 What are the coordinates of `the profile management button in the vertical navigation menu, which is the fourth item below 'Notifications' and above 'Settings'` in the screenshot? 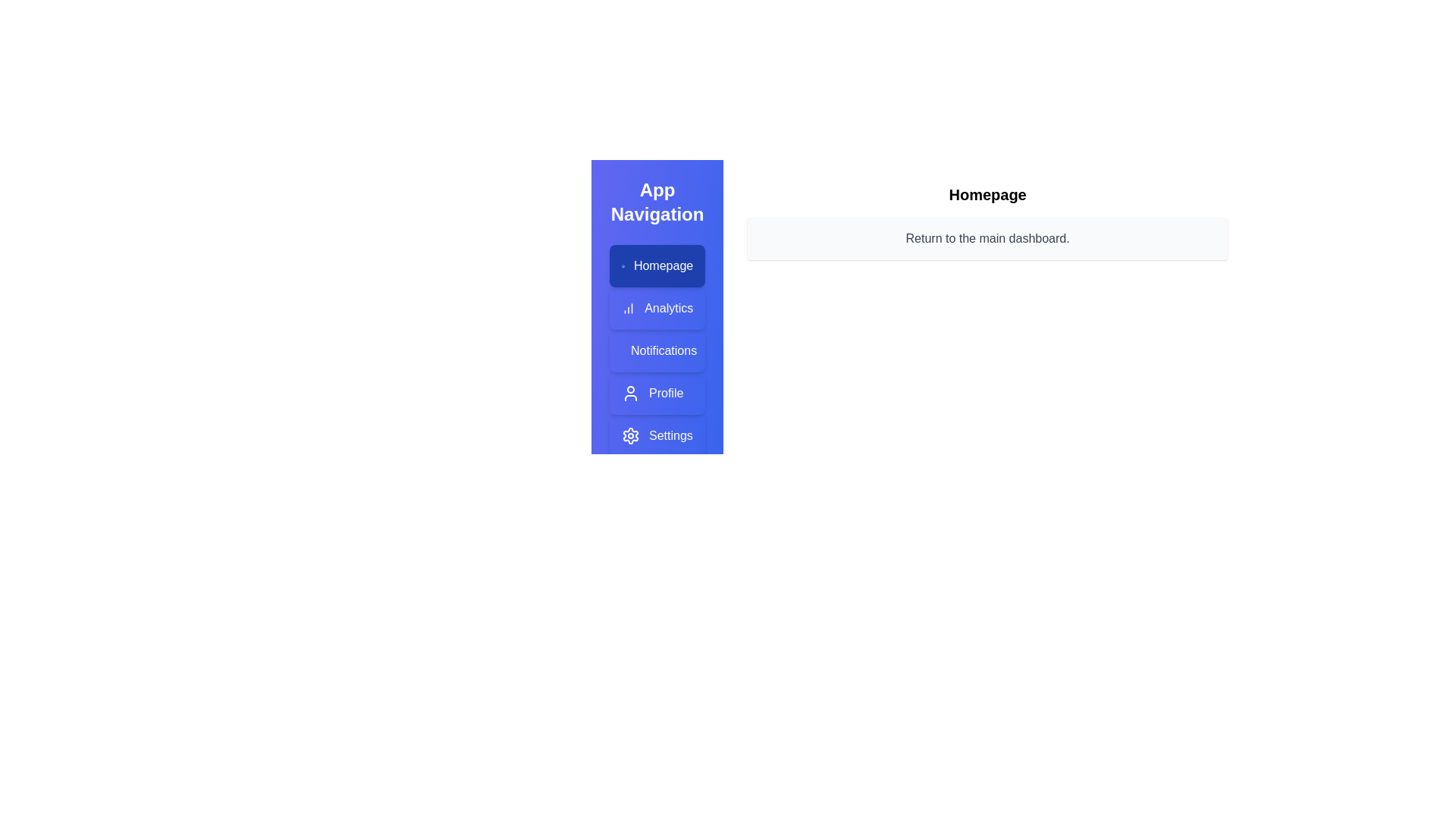 It's located at (657, 393).